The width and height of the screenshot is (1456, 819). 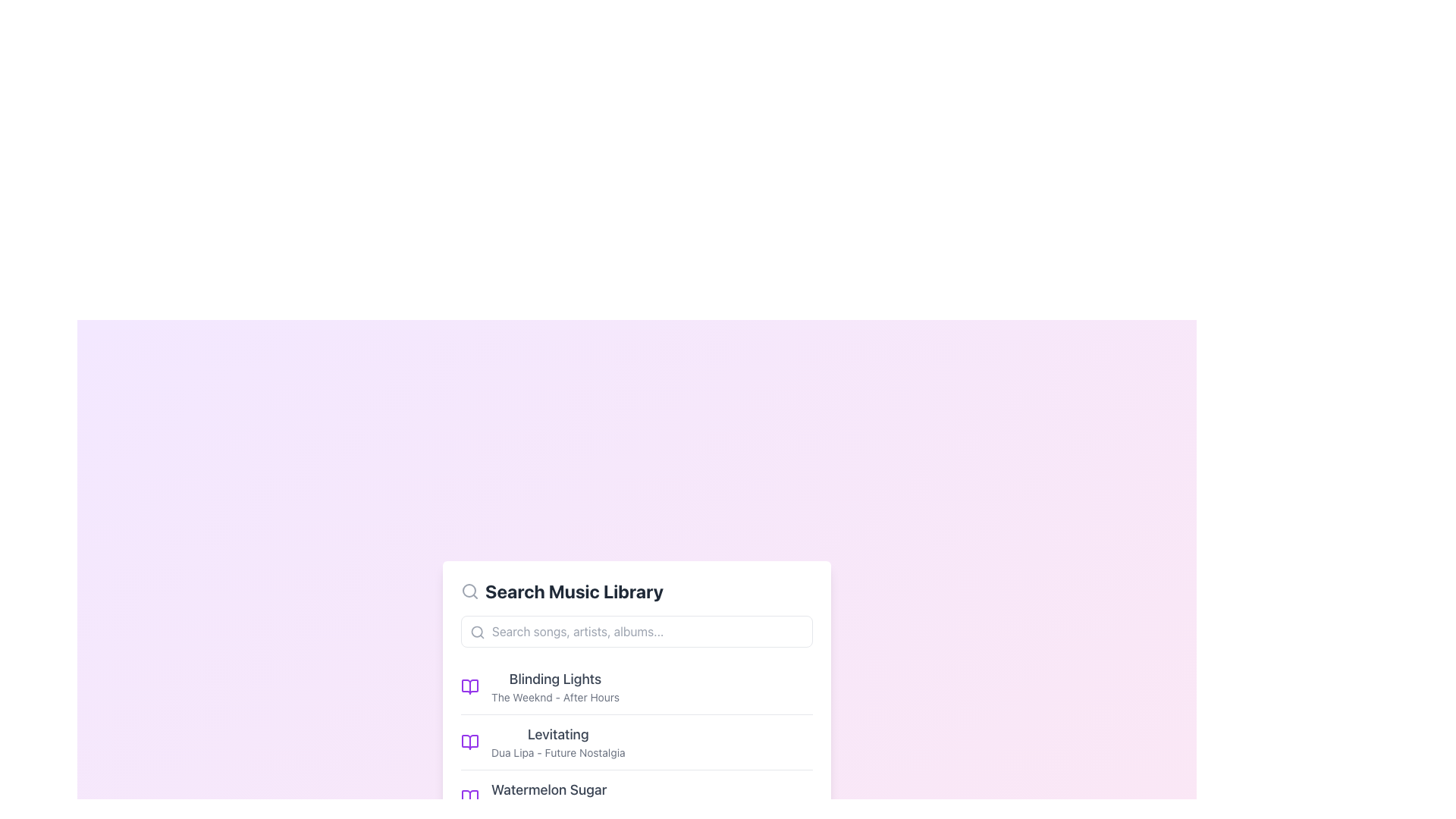 I want to click on the informative label that provides the artist's name and album associated with the song 'Blinding Lights', located below the song title in the music library list, so click(x=554, y=697).